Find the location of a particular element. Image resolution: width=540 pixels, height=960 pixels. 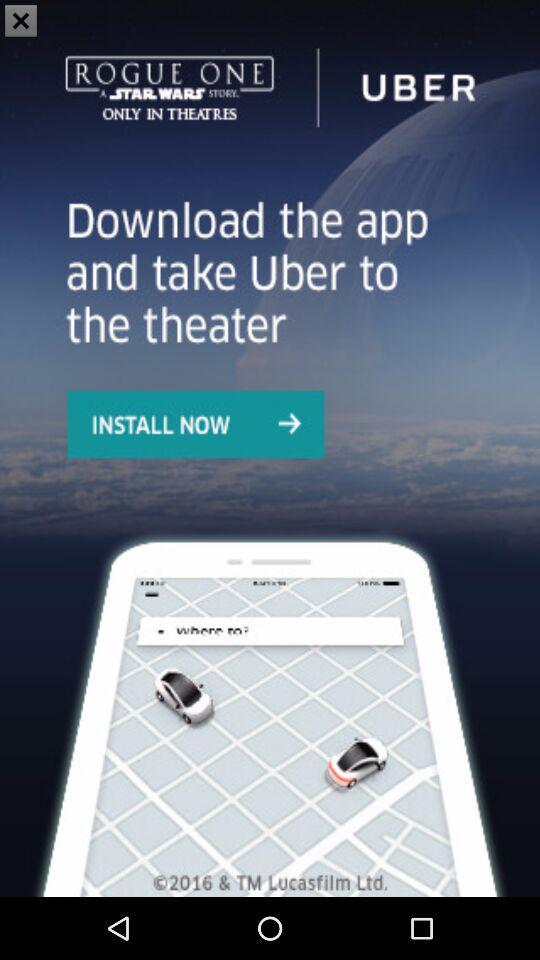

the close icon is located at coordinates (20, 21).